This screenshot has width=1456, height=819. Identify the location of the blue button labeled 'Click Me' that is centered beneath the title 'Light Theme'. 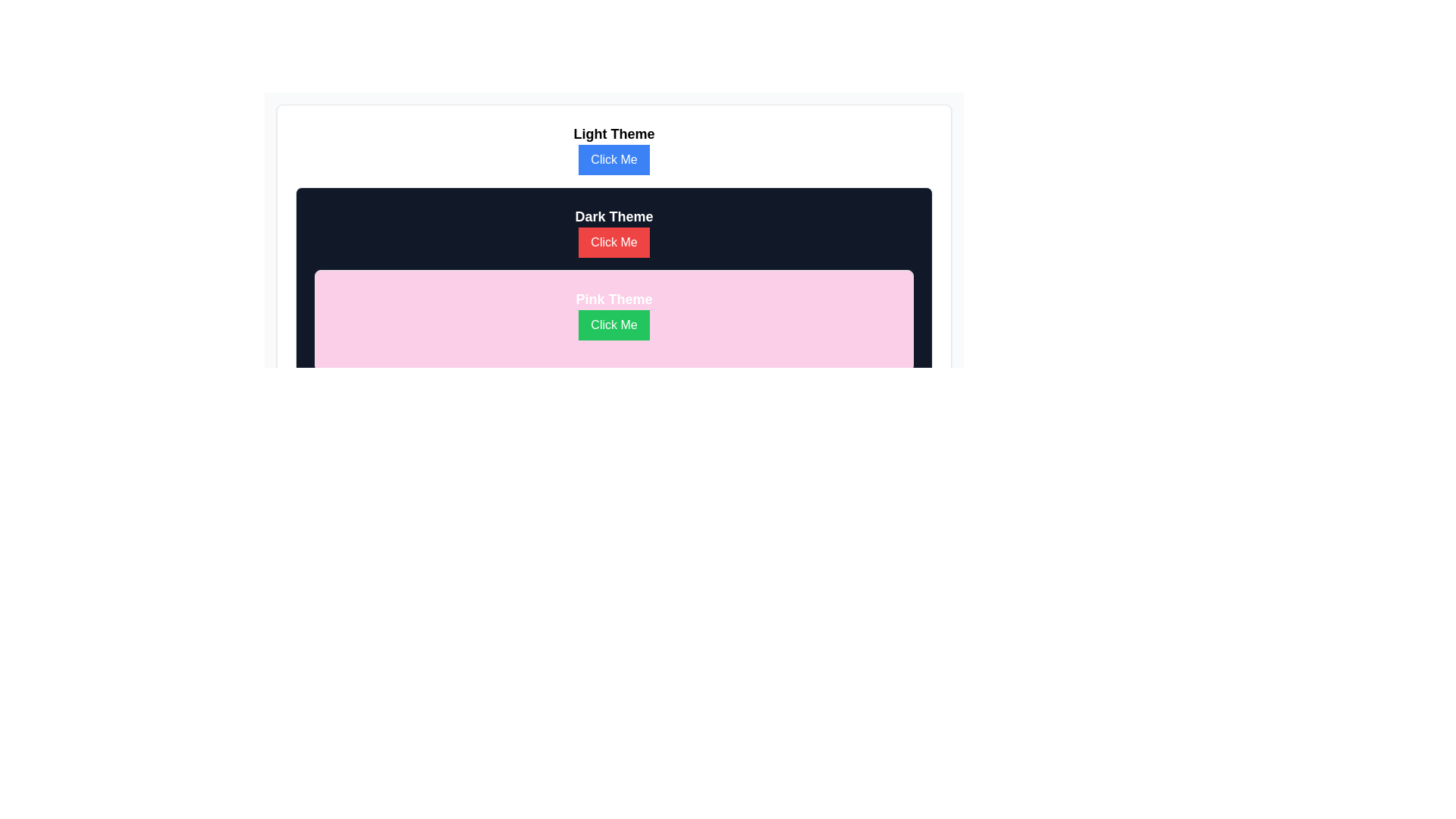
(614, 160).